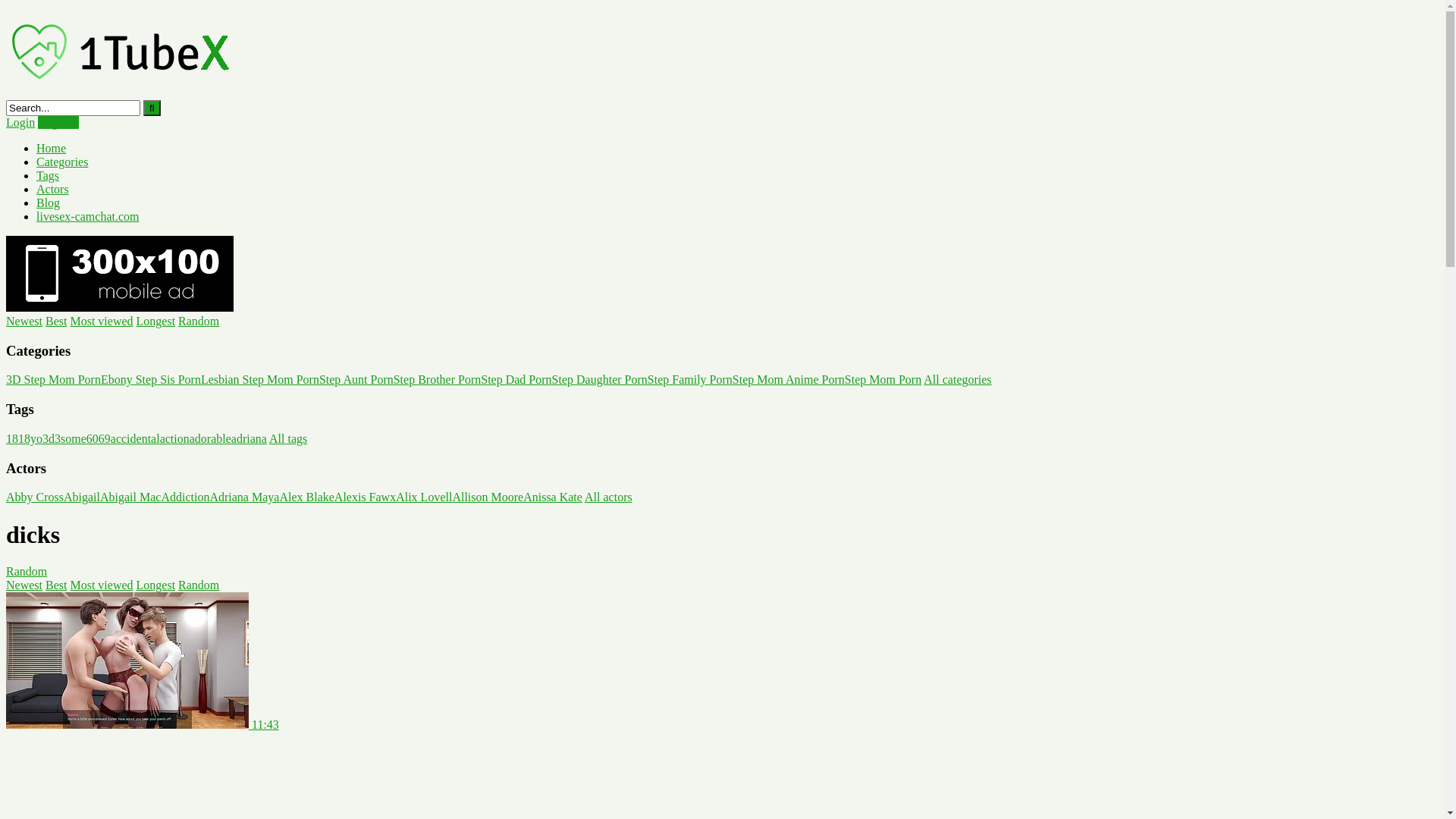 This screenshot has width=1456, height=819. Describe the element at coordinates (69, 438) in the screenshot. I see `'3some'` at that location.